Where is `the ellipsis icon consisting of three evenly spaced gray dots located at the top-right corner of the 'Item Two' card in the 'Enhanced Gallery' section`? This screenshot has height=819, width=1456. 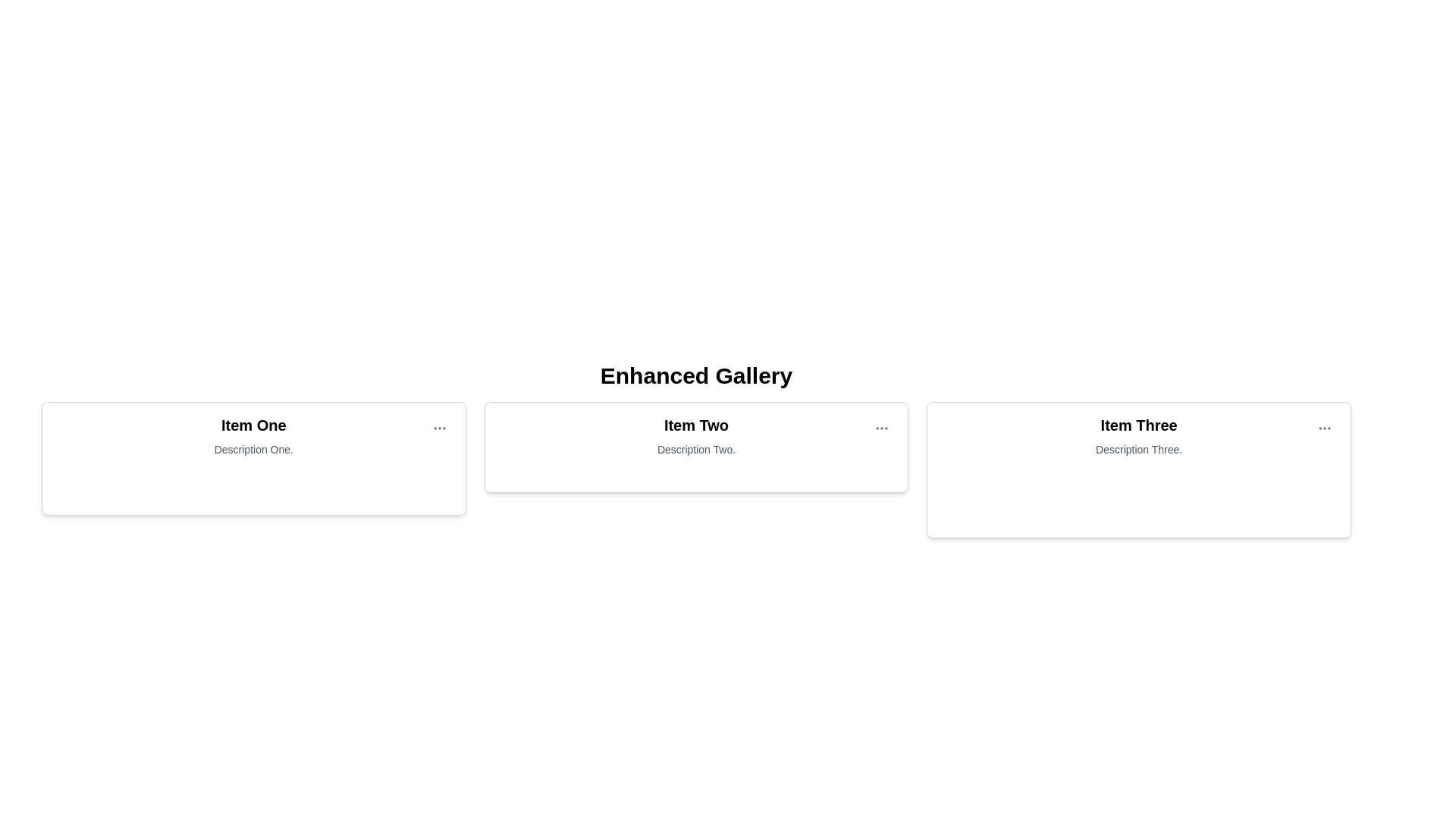 the ellipsis icon consisting of three evenly spaced gray dots located at the top-right corner of the 'Item Two' card in the 'Enhanced Gallery' section is located at coordinates (882, 428).